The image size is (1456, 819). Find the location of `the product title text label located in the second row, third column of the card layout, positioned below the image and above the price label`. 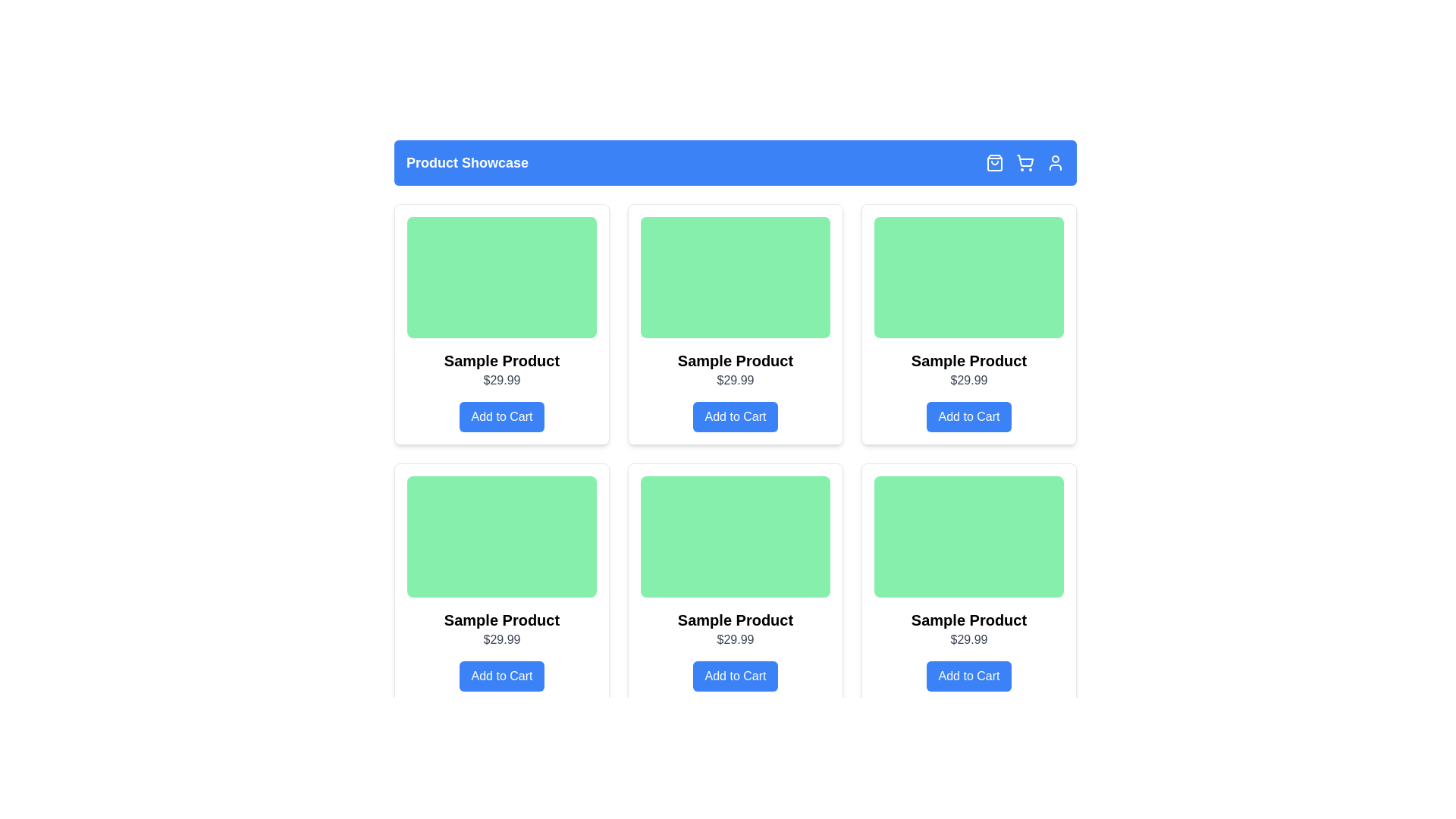

the product title text label located in the second row, third column of the card layout, positioned below the image and above the price label is located at coordinates (968, 620).